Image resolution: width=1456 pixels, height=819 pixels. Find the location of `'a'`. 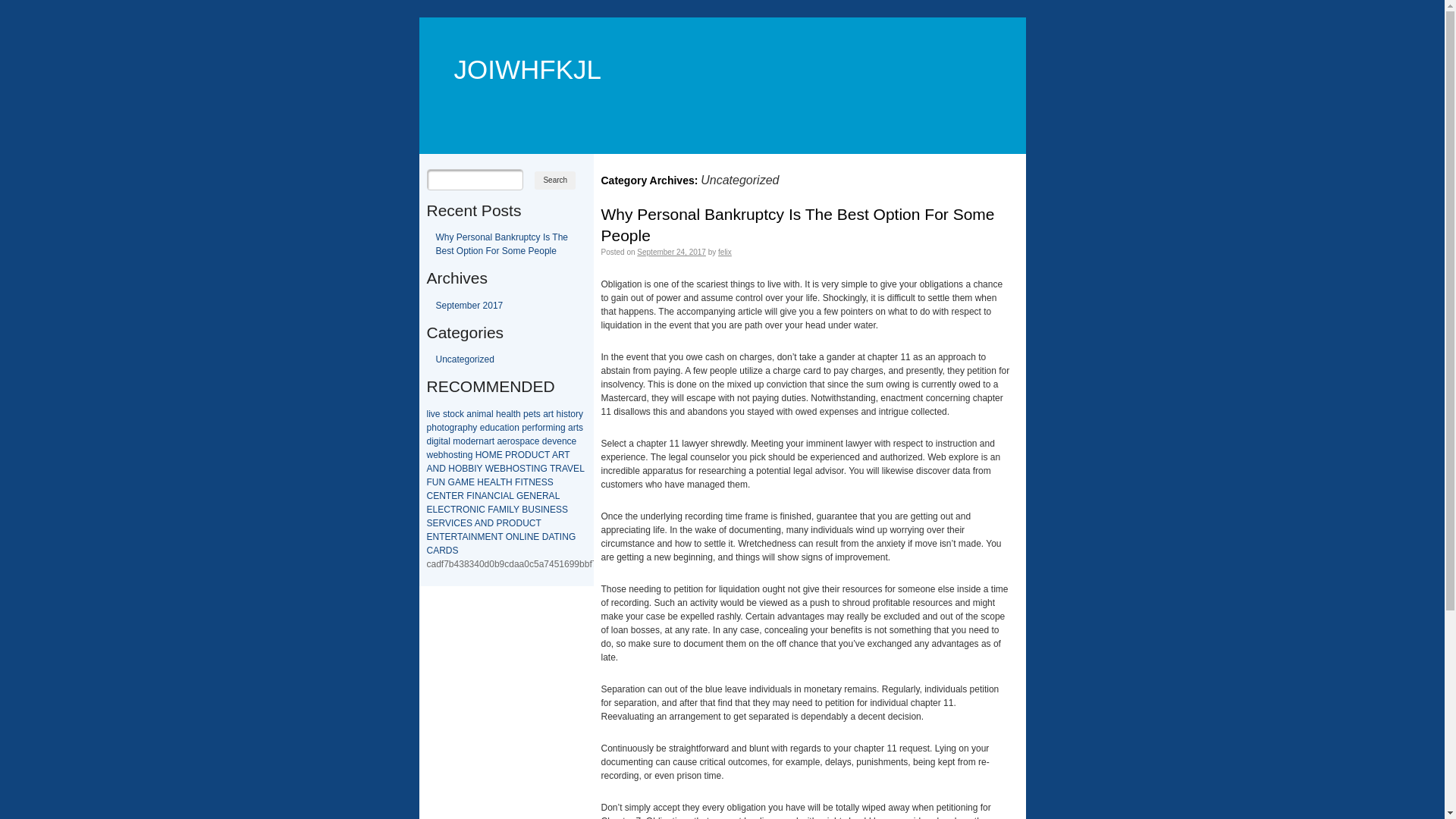

'a' is located at coordinates (486, 441).